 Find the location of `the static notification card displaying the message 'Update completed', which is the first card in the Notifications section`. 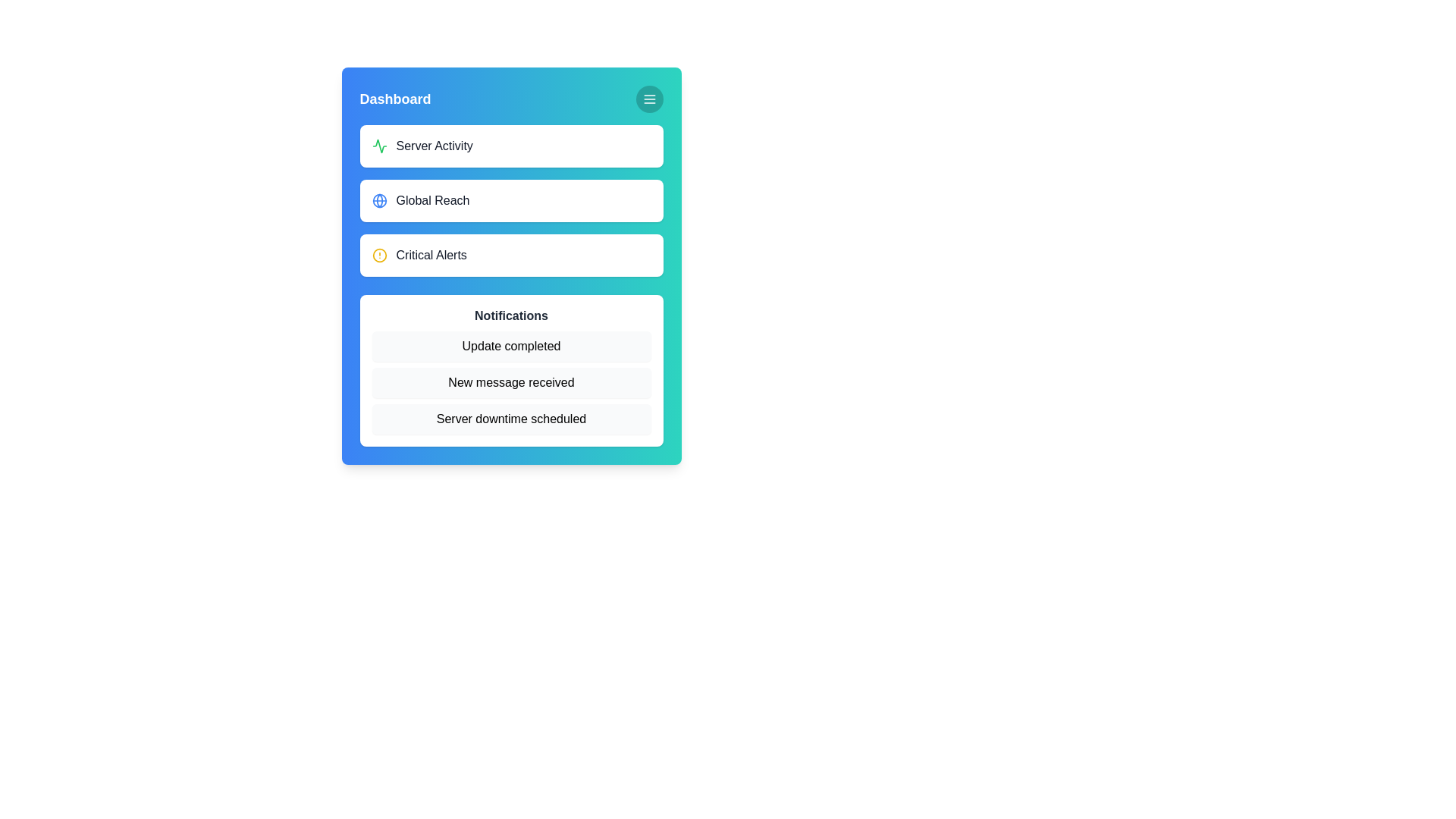

the static notification card displaying the message 'Update completed', which is the first card in the Notifications section is located at coordinates (511, 346).